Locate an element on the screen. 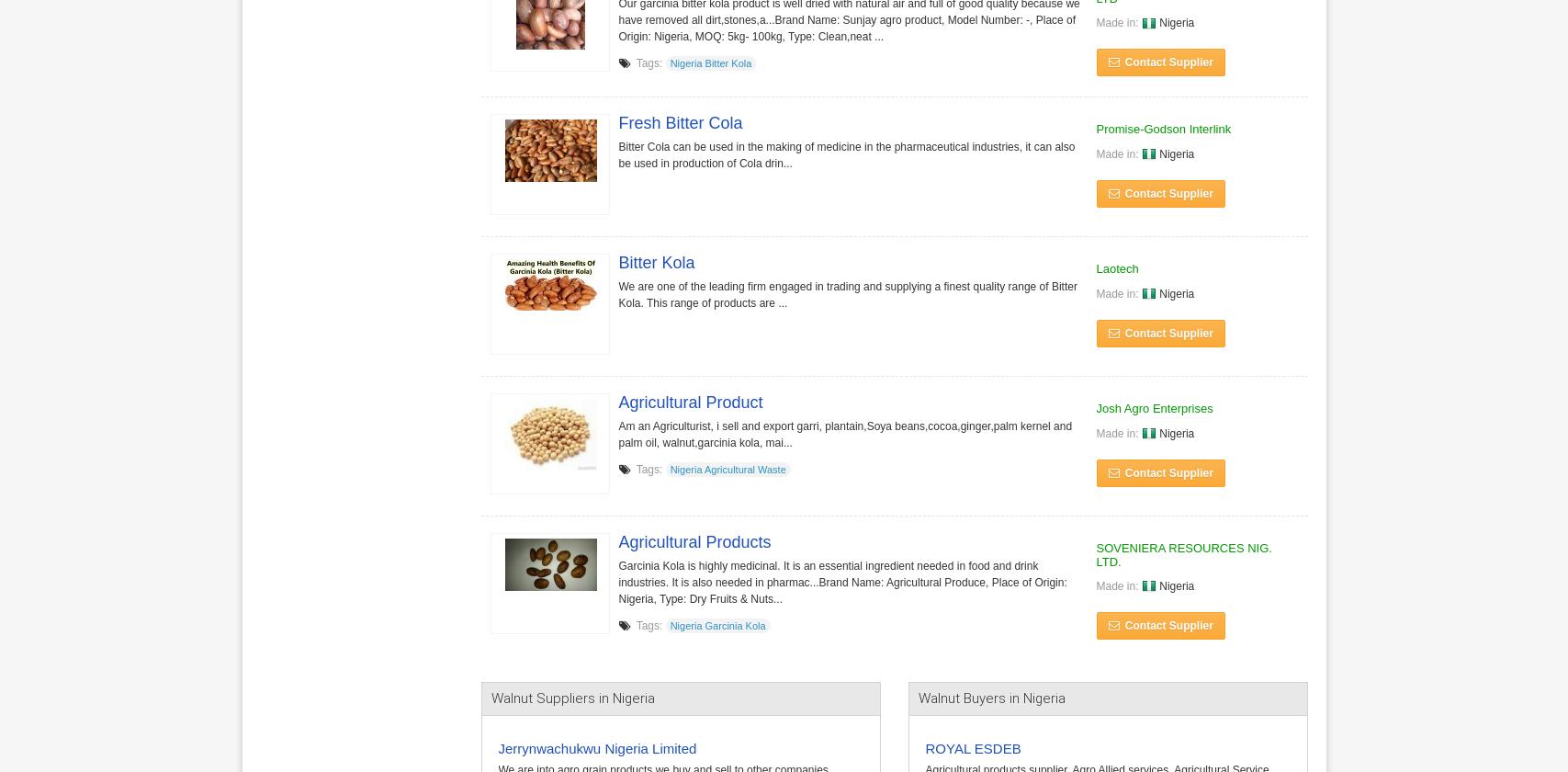  'Nigeria Agricultural Waste' is located at coordinates (728, 468).